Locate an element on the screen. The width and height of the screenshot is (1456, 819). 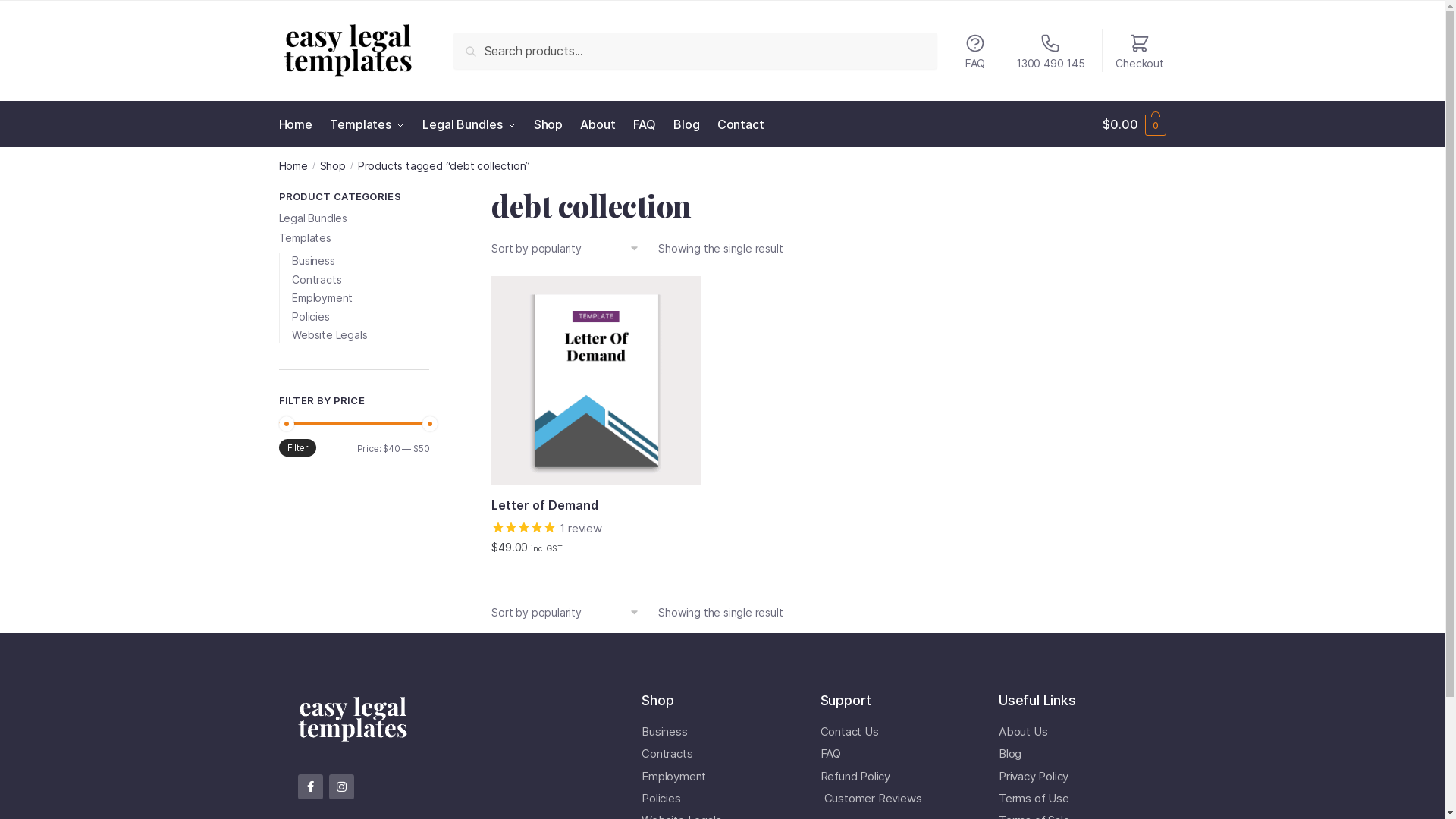
'Policies' is located at coordinates (291, 315).